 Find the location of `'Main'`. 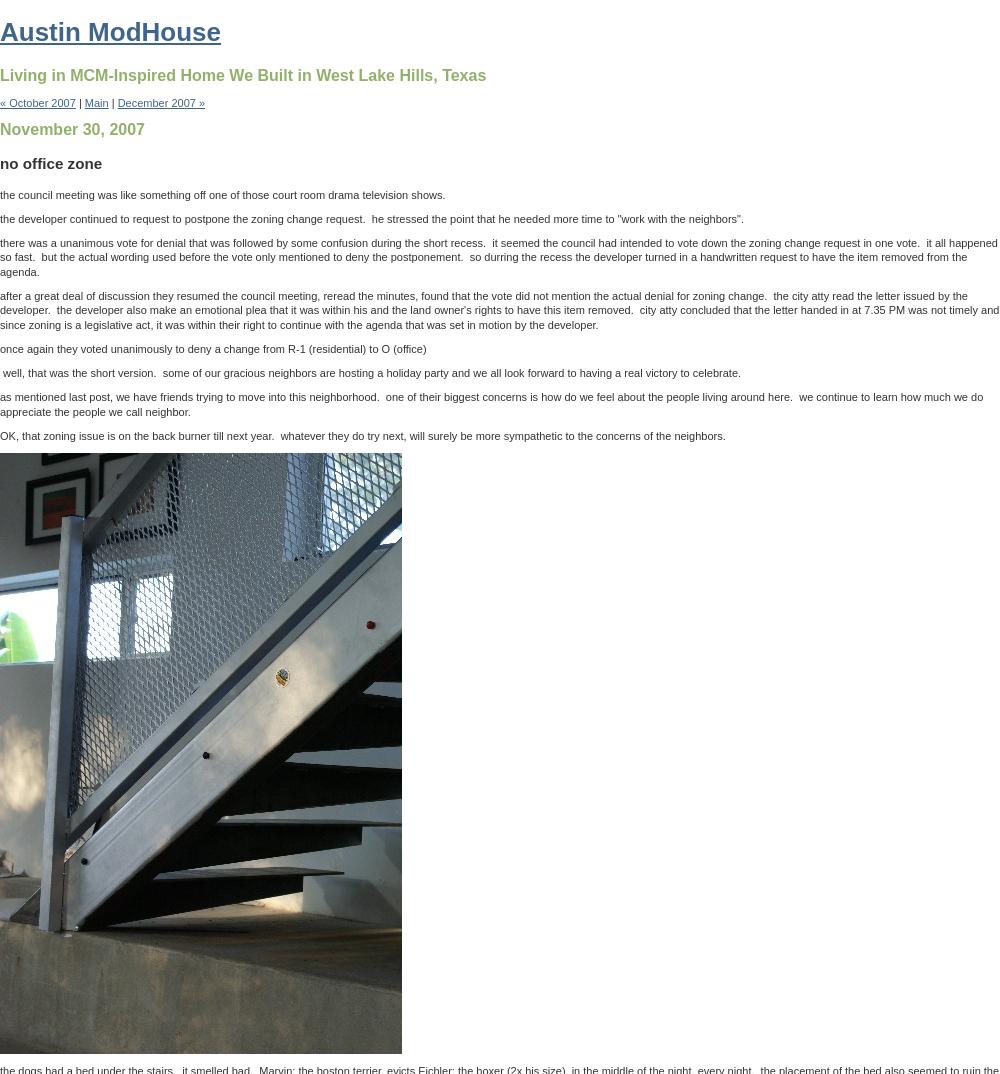

'Main' is located at coordinates (95, 102).